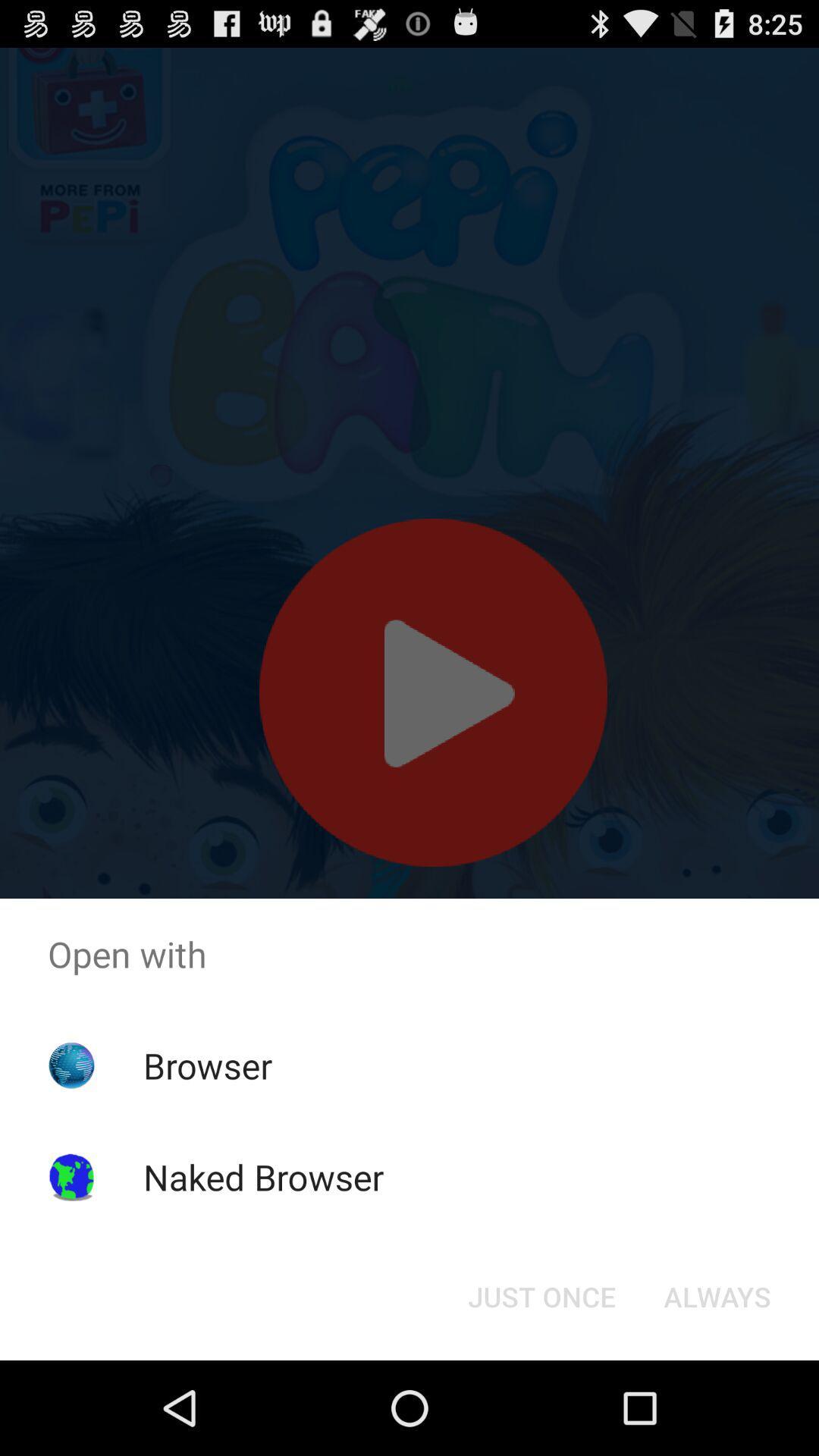  What do you see at coordinates (717, 1295) in the screenshot?
I see `the always button` at bounding box center [717, 1295].